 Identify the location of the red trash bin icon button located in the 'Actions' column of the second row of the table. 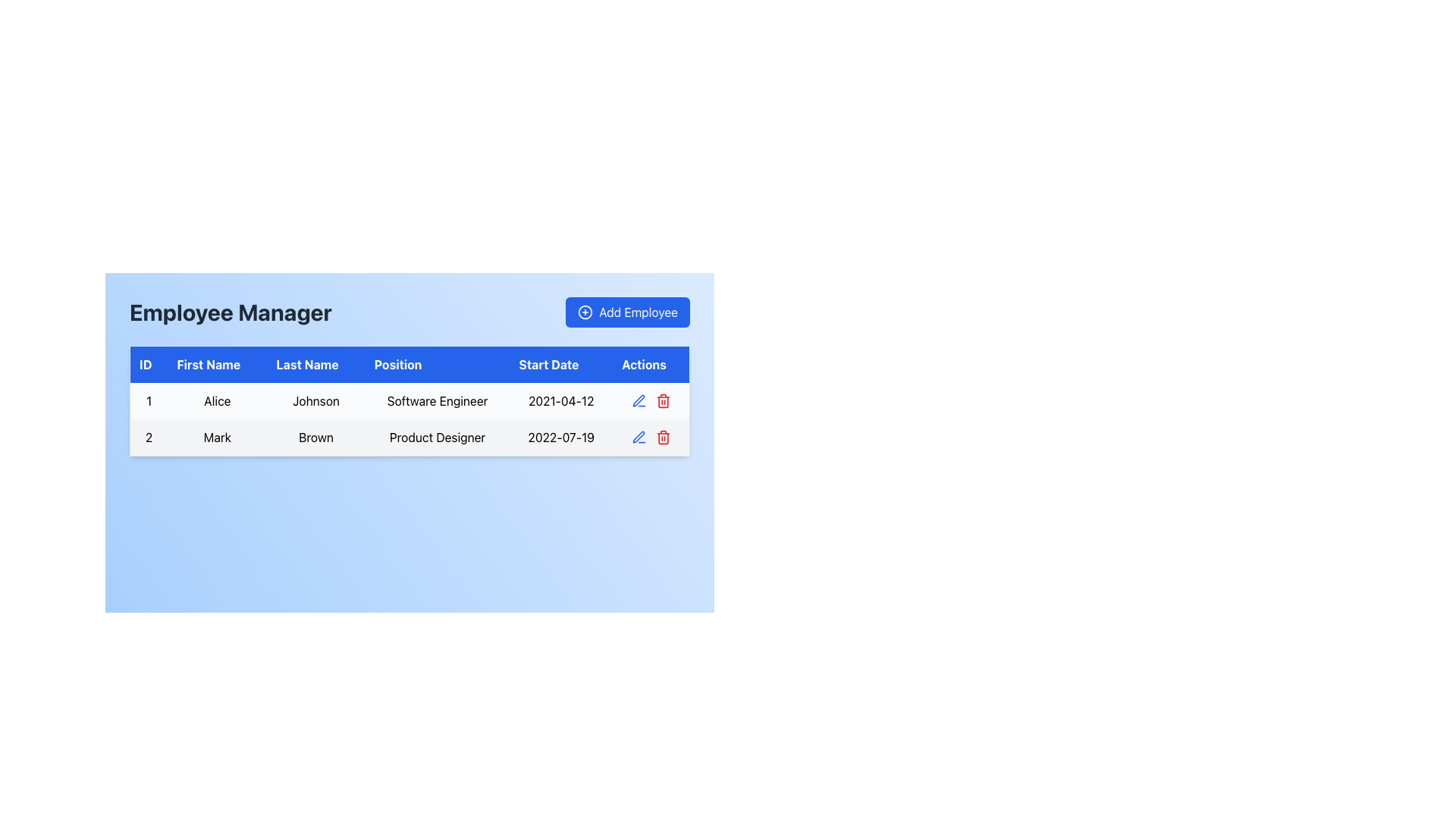
(663, 400).